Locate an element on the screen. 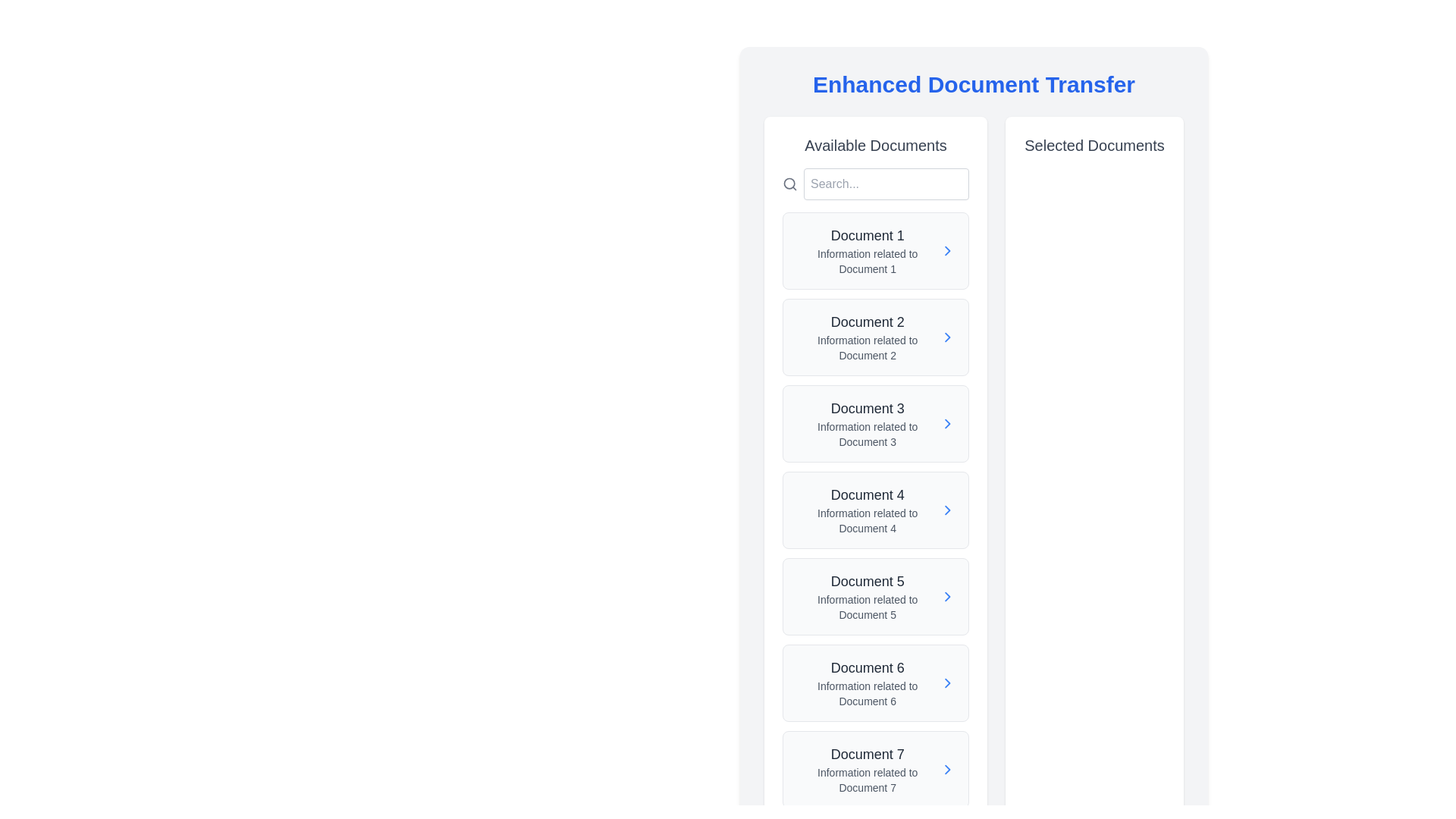 The height and width of the screenshot is (819, 1456). the icon next to 'Document 1' is located at coordinates (946, 250).